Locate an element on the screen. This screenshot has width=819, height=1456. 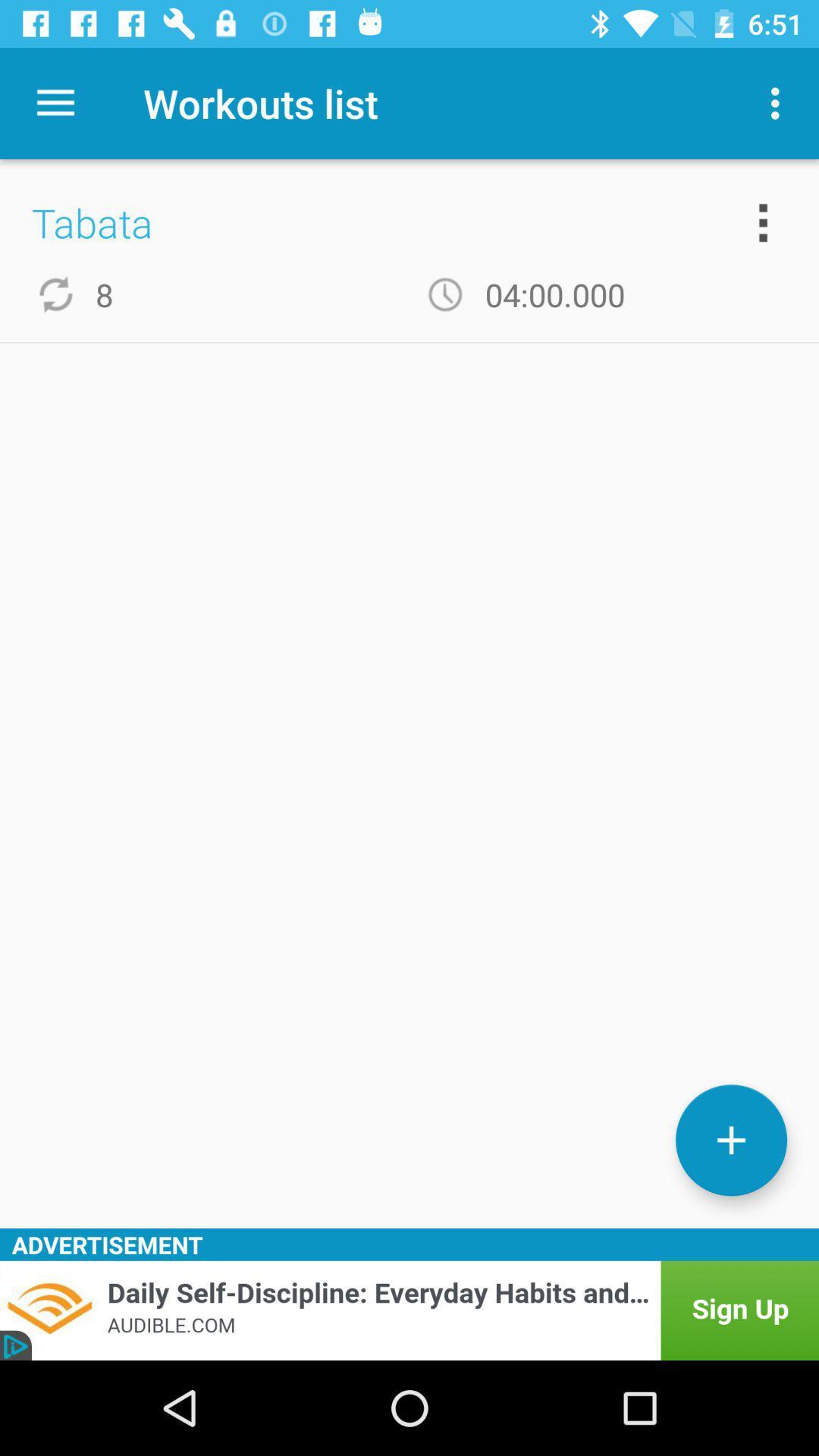
item at the bottom right corner is located at coordinates (730, 1140).